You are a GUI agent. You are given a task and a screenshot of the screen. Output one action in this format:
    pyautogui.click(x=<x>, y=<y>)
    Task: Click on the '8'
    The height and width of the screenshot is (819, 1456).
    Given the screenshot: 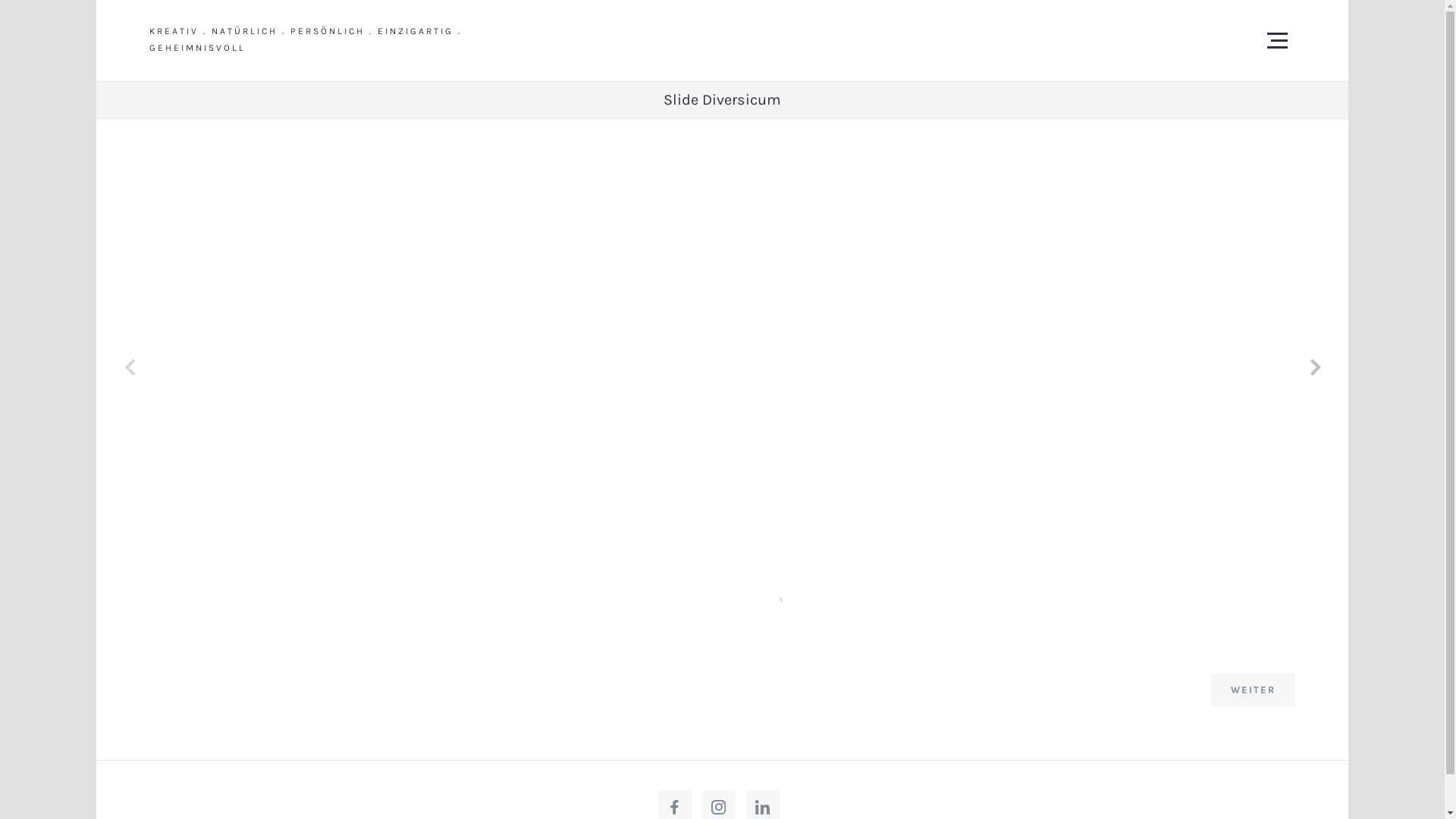 What is the action you would take?
    pyautogui.click(x=753, y=598)
    